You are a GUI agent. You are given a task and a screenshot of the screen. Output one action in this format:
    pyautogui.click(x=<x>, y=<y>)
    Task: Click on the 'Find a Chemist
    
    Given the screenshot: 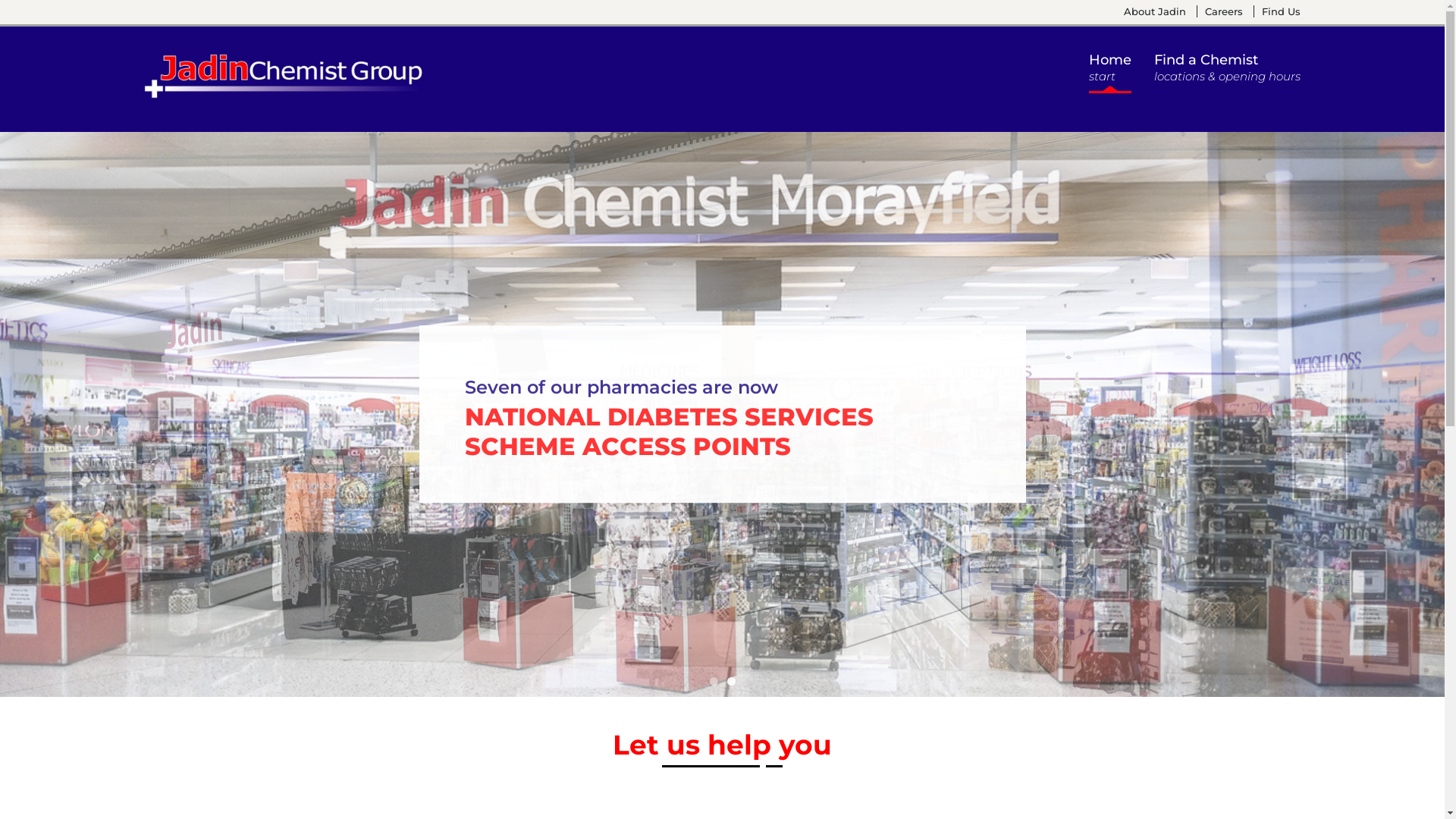 What is the action you would take?
    pyautogui.click(x=1227, y=71)
    